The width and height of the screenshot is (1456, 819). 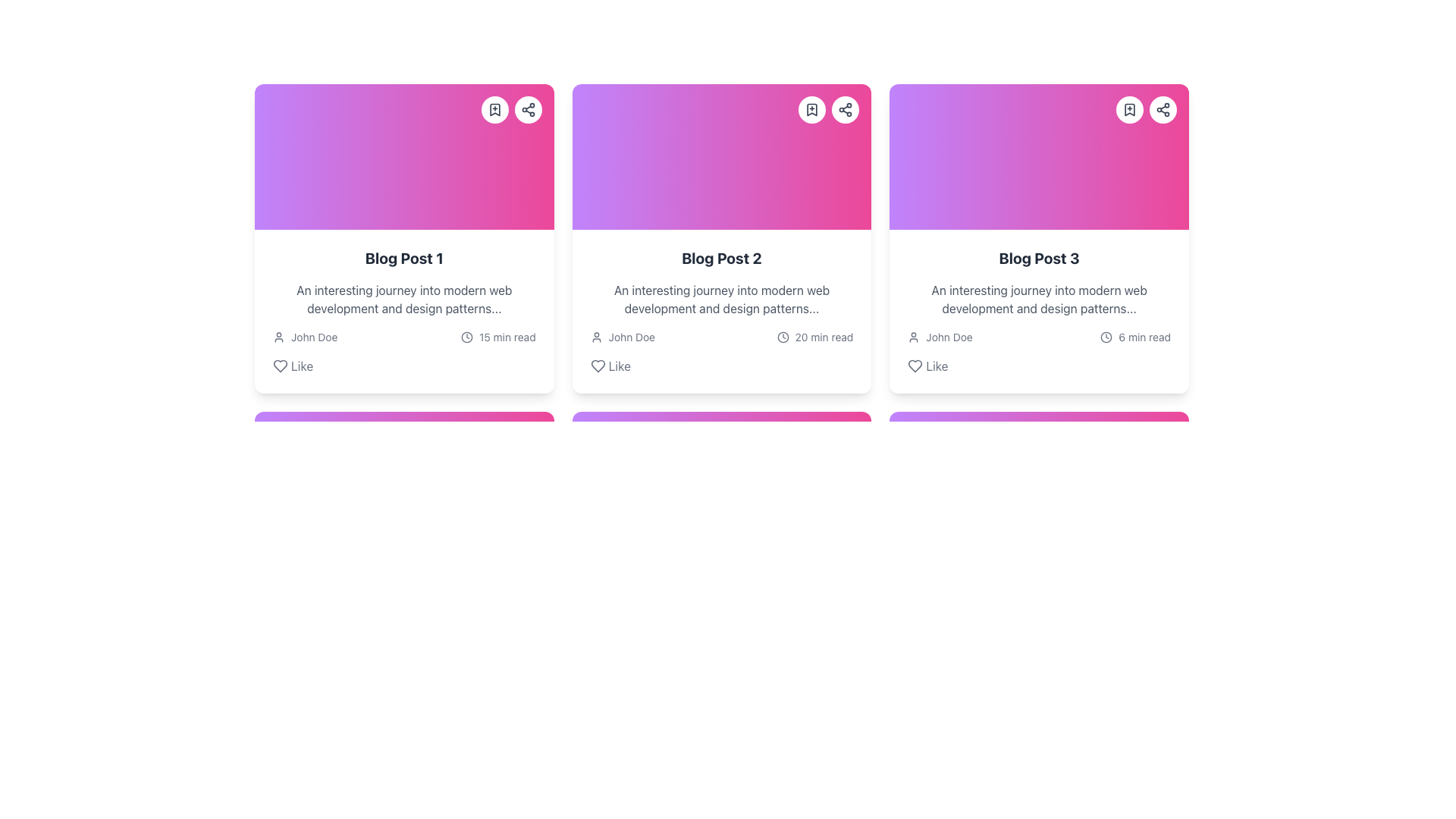 What do you see at coordinates (1135, 336) in the screenshot?
I see `informational label that displays '6 min read' beside a clock icon located in the footer section of the third card under 'Blog Post 3'` at bounding box center [1135, 336].